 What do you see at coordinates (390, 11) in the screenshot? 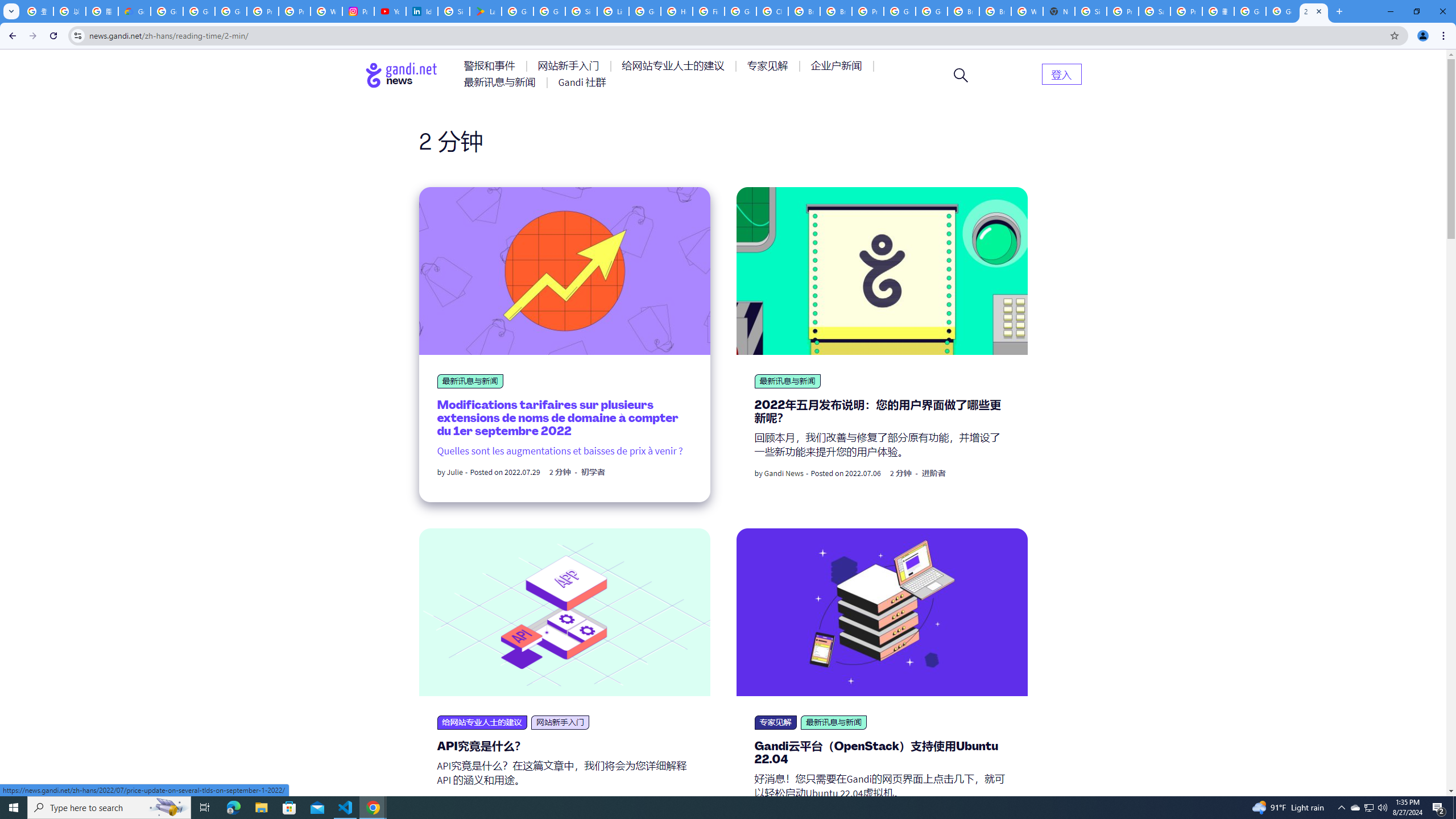
I see `'YouTube Culture & Trends - On The Rise: Handcam Videos'` at bounding box center [390, 11].